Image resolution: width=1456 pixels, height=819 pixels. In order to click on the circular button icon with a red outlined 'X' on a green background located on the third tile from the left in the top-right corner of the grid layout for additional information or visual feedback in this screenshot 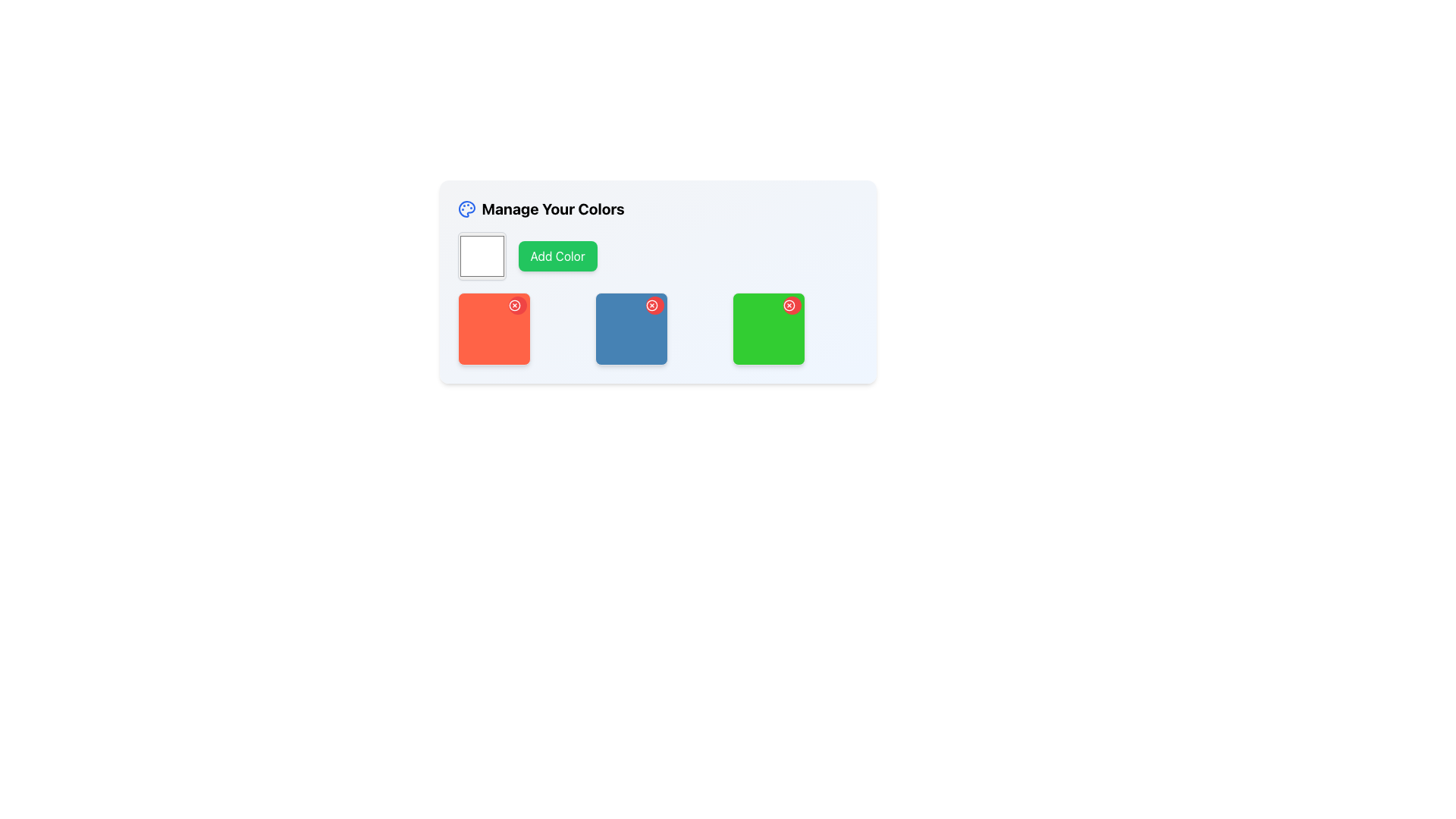, I will do `click(789, 305)`.